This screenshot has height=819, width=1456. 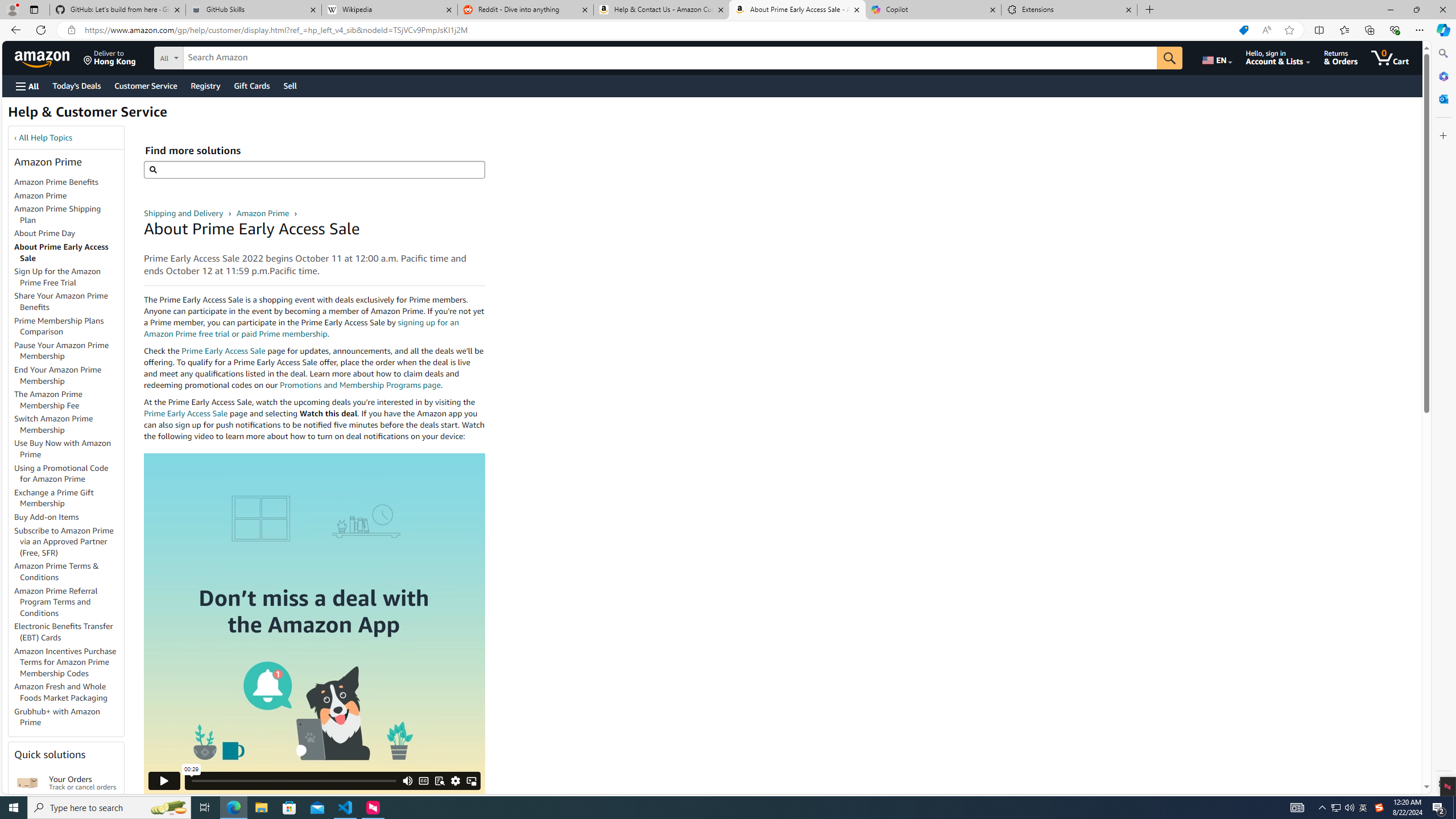 What do you see at coordinates (109, 57) in the screenshot?
I see `'Deliver to Hong Kong'` at bounding box center [109, 57].